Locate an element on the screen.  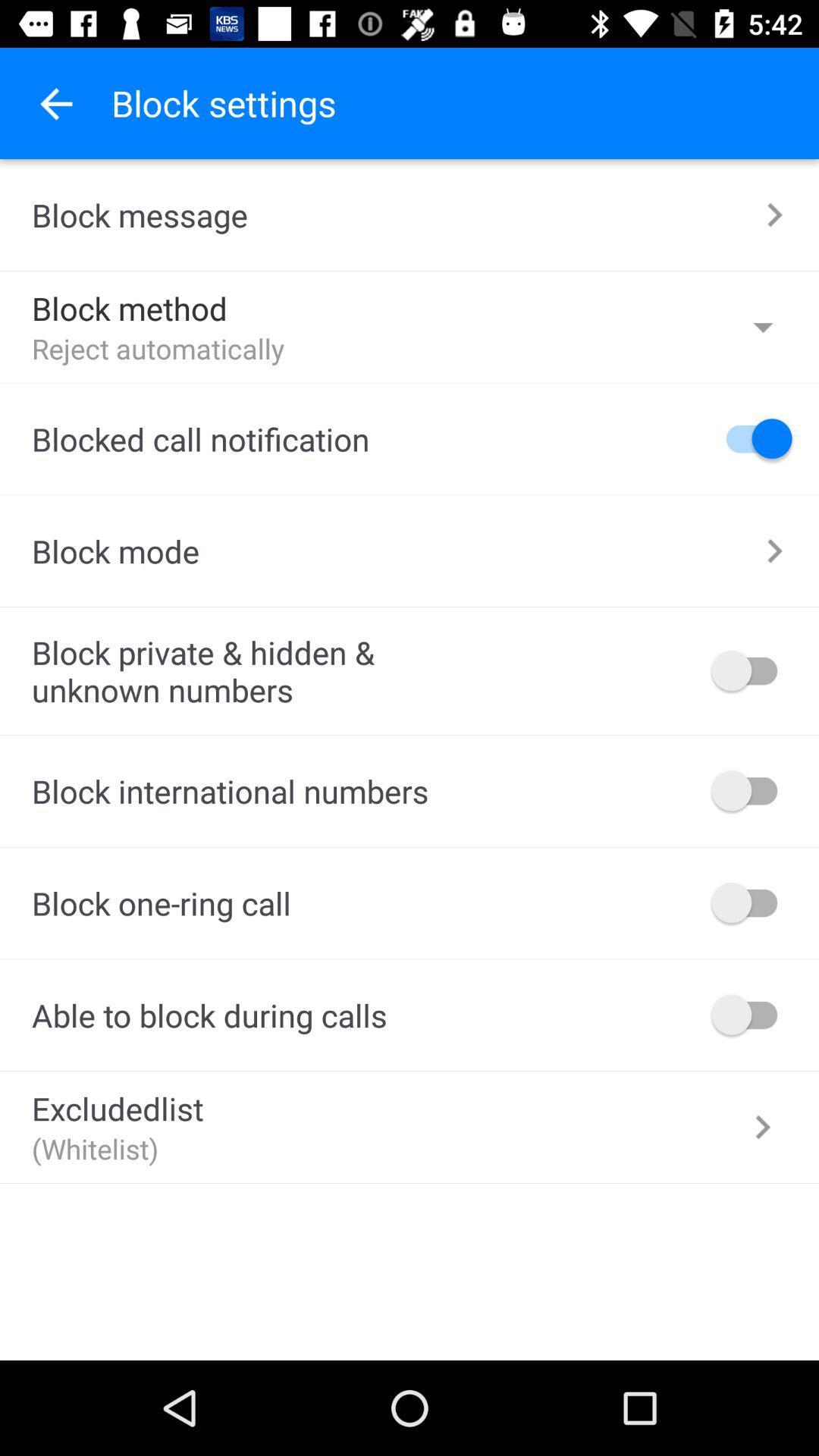
item to the left of block settings item is located at coordinates (55, 102).